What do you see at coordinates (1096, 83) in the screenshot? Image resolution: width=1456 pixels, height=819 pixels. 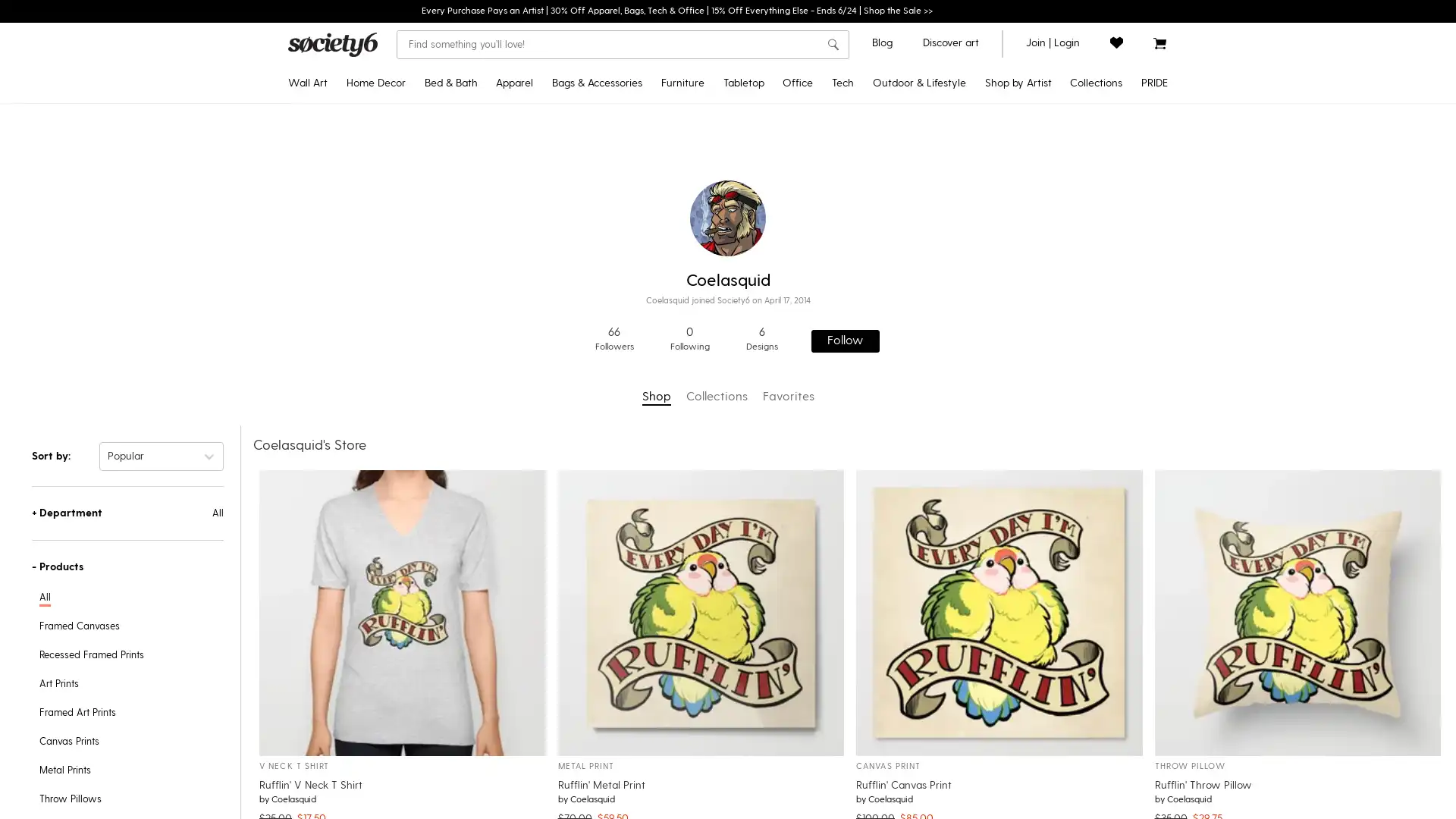 I see `Collections` at bounding box center [1096, 83].